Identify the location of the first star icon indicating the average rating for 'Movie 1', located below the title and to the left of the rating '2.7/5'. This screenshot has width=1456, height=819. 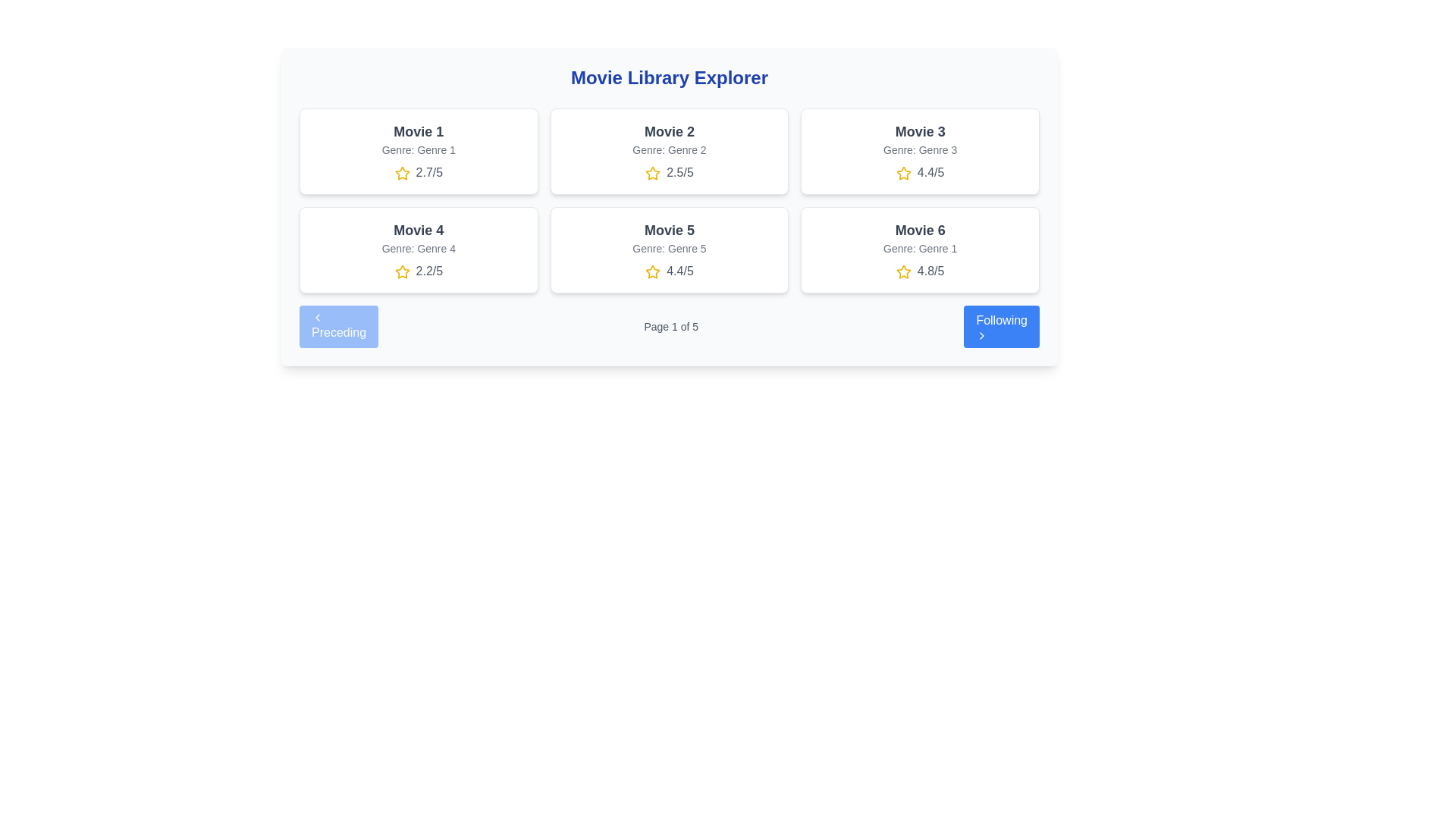
(402, 172).